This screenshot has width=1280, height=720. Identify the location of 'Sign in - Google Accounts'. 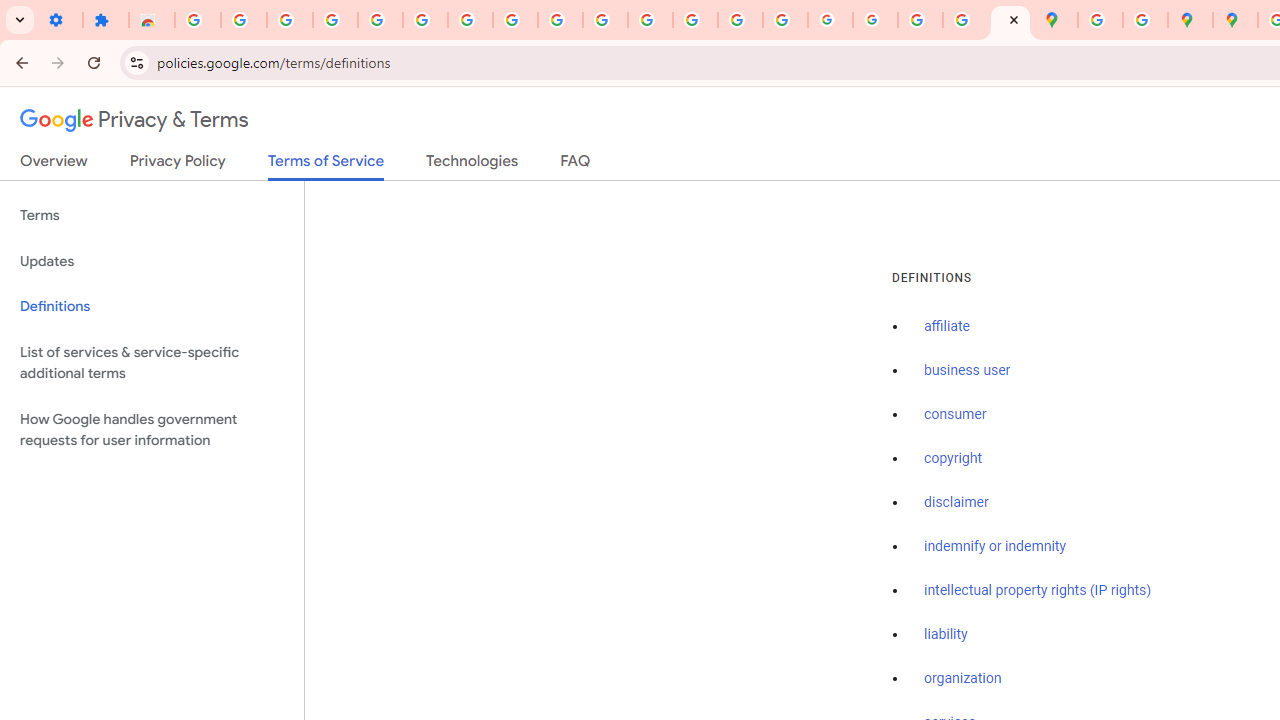
(424, 20).